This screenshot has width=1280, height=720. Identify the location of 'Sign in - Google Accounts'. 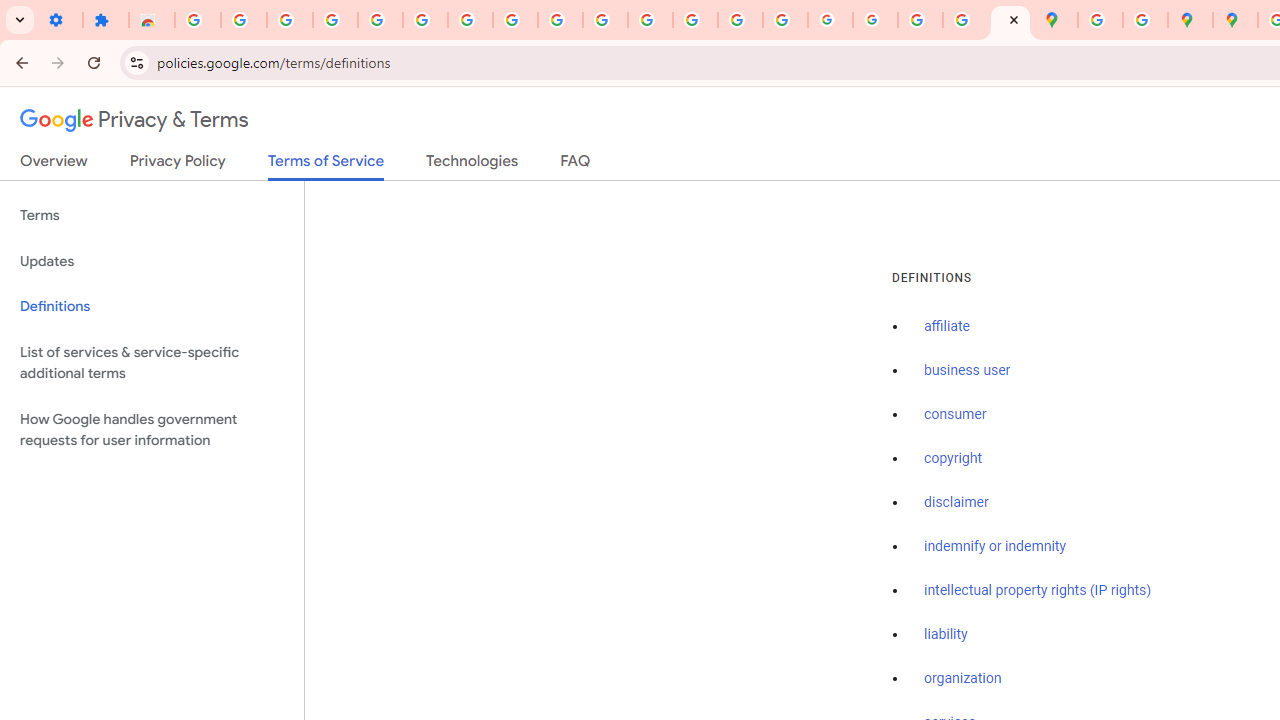
(424, 20).